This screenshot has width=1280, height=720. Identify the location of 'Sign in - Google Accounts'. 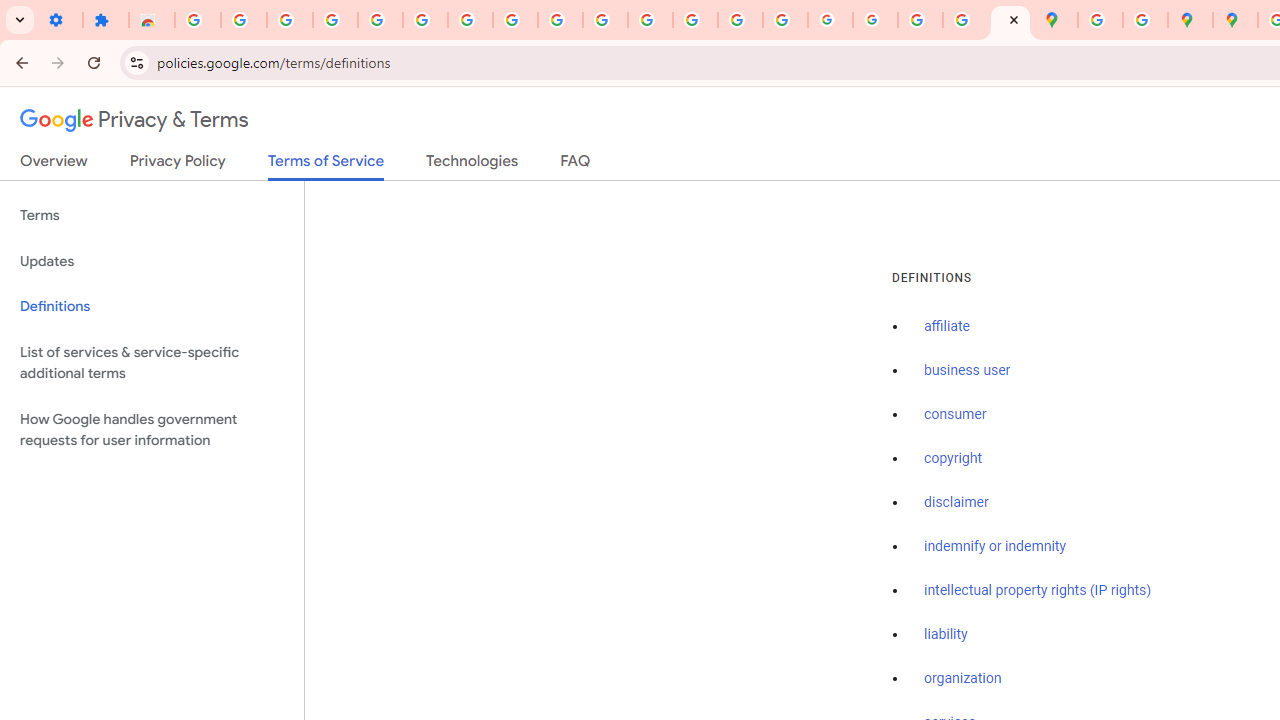
(424, 20).